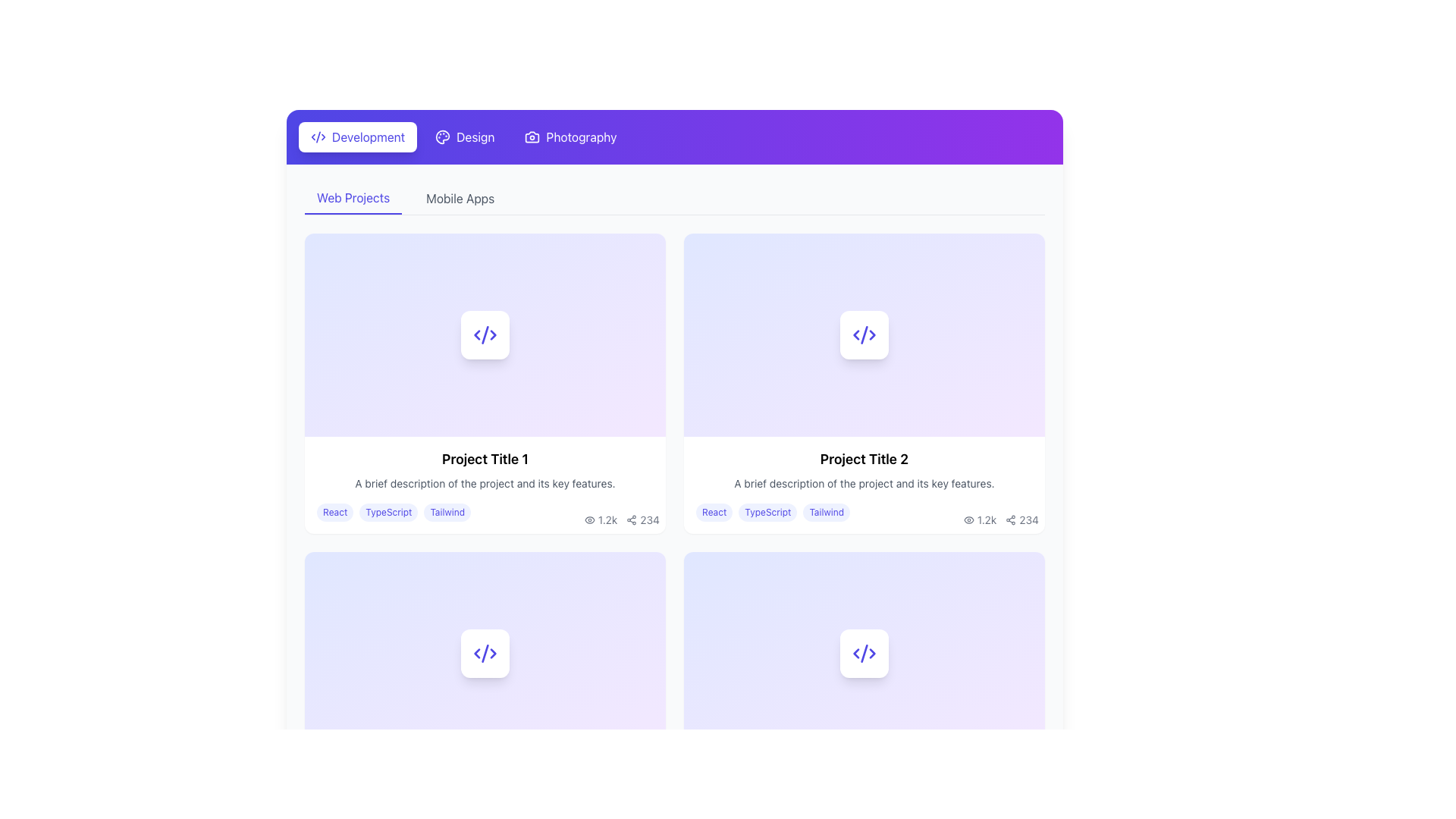 The height and width of the screenshot is (819, 1456). Describe the element at coordinates (532, 137) in the screenshot. I see `the small camera icon located in the top-right navigation bar, adjacent to the 'Photography' text` at that location.